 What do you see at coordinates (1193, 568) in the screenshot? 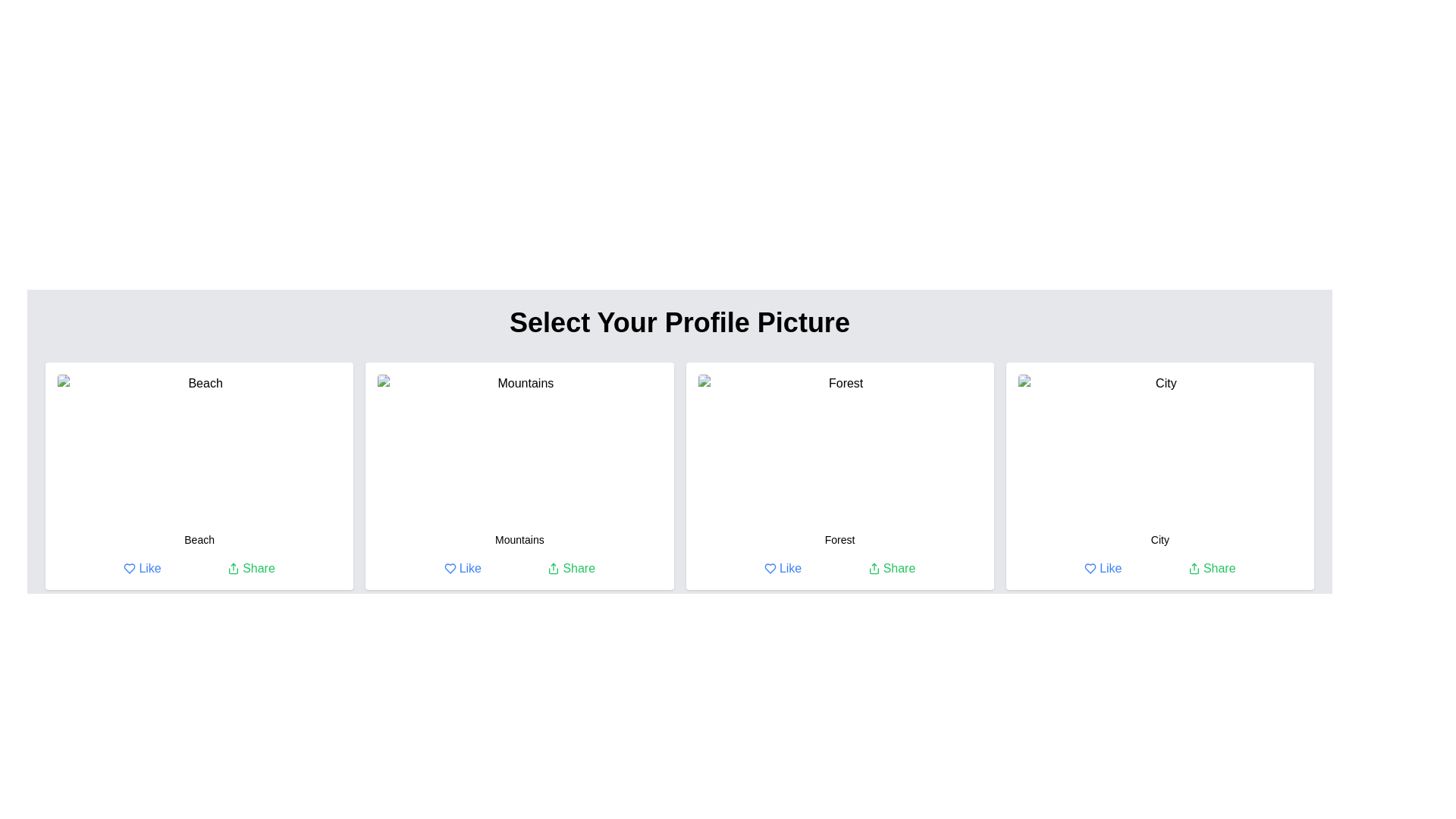
I see `the green share icon, which is part of the 'Share' button located on the right of the 'Like' icon in the fourth item of a horizontally arranged grid of options` at bounding box center [1193, 568].